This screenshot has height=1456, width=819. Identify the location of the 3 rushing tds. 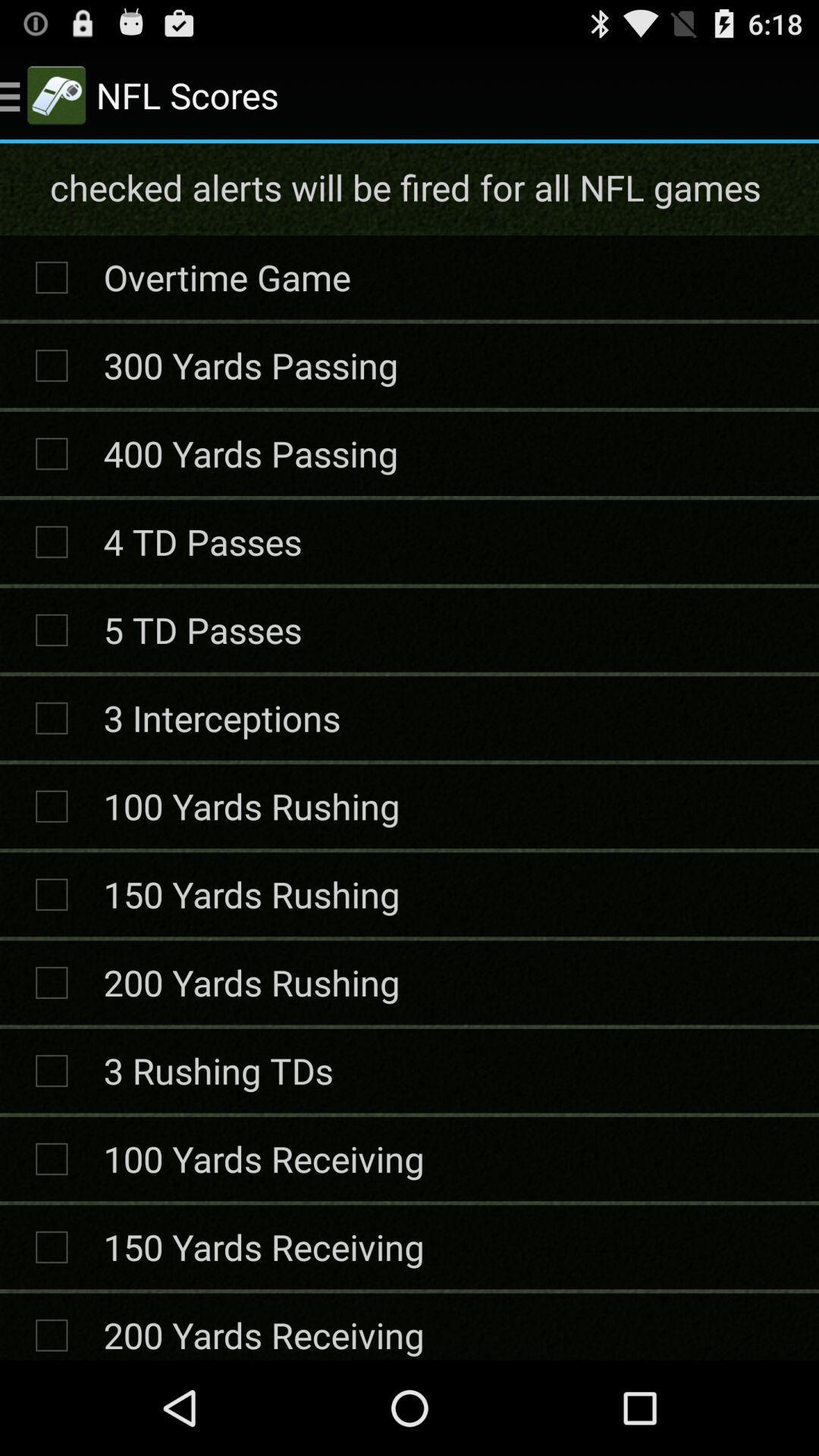
(218, 1069).